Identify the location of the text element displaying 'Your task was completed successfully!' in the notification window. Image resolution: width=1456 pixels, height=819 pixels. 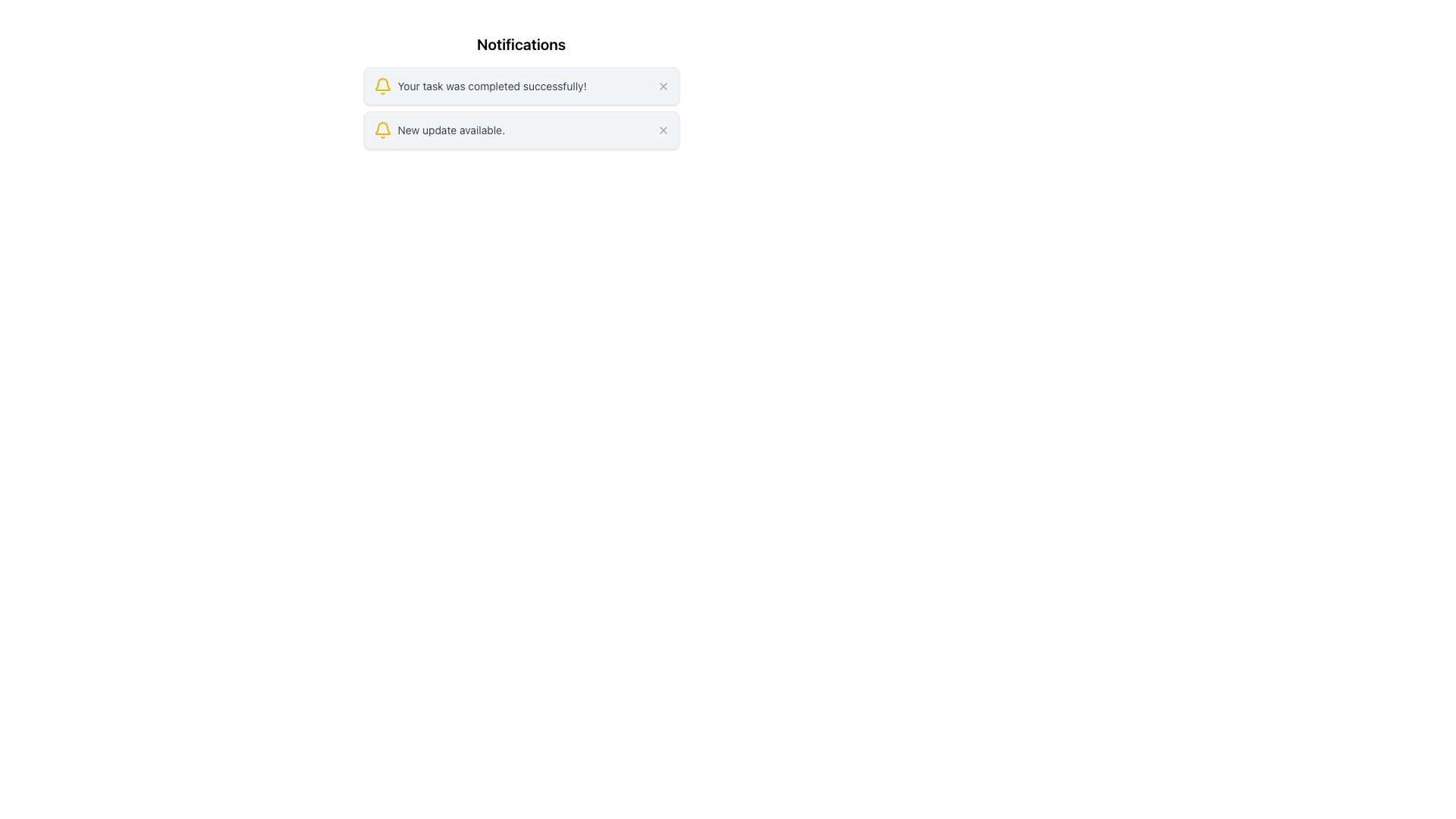
(492, 86).